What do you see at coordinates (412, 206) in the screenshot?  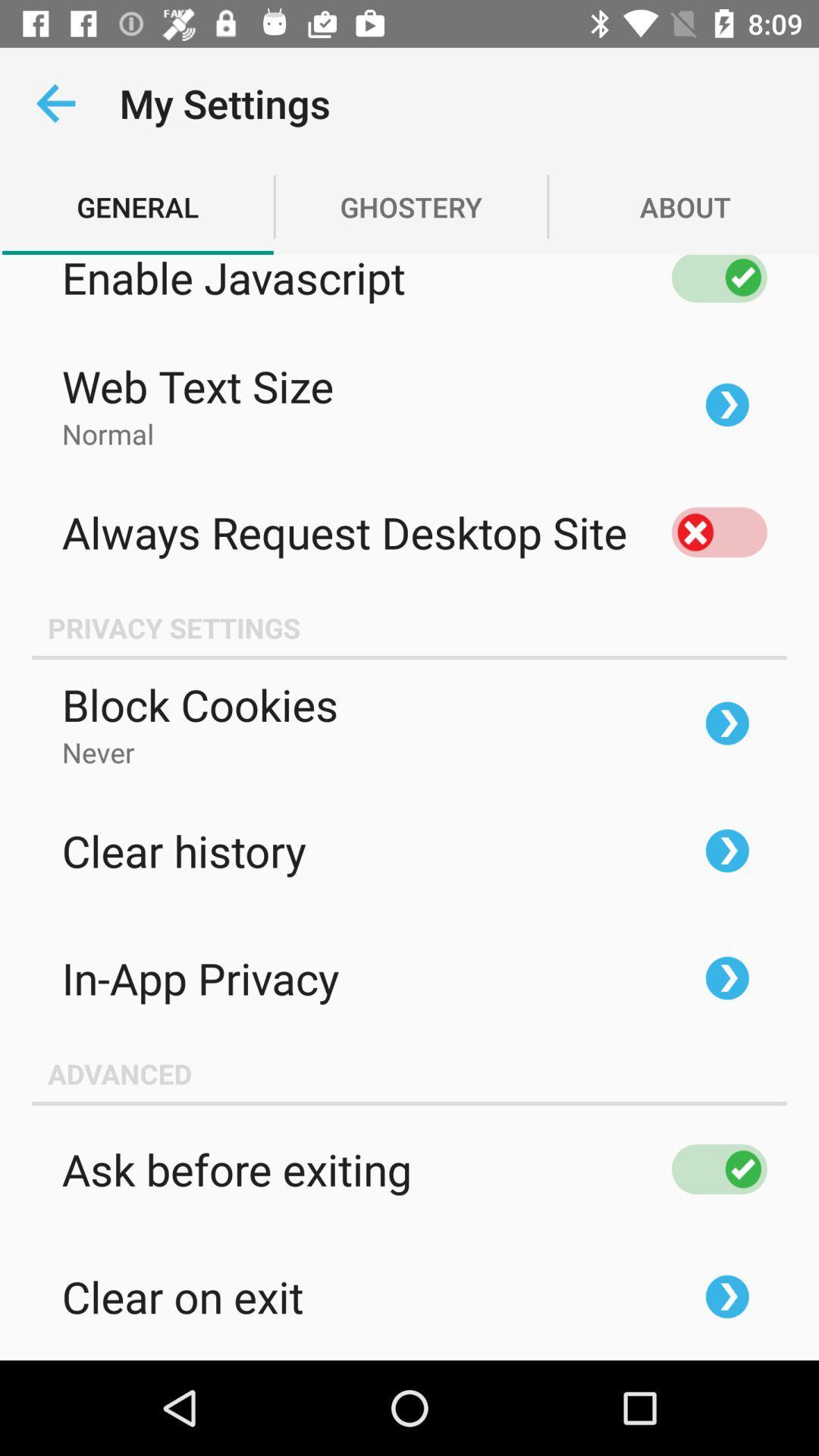 I see `the ghostery icon beside the general icon` at bounding box center [412, 206].